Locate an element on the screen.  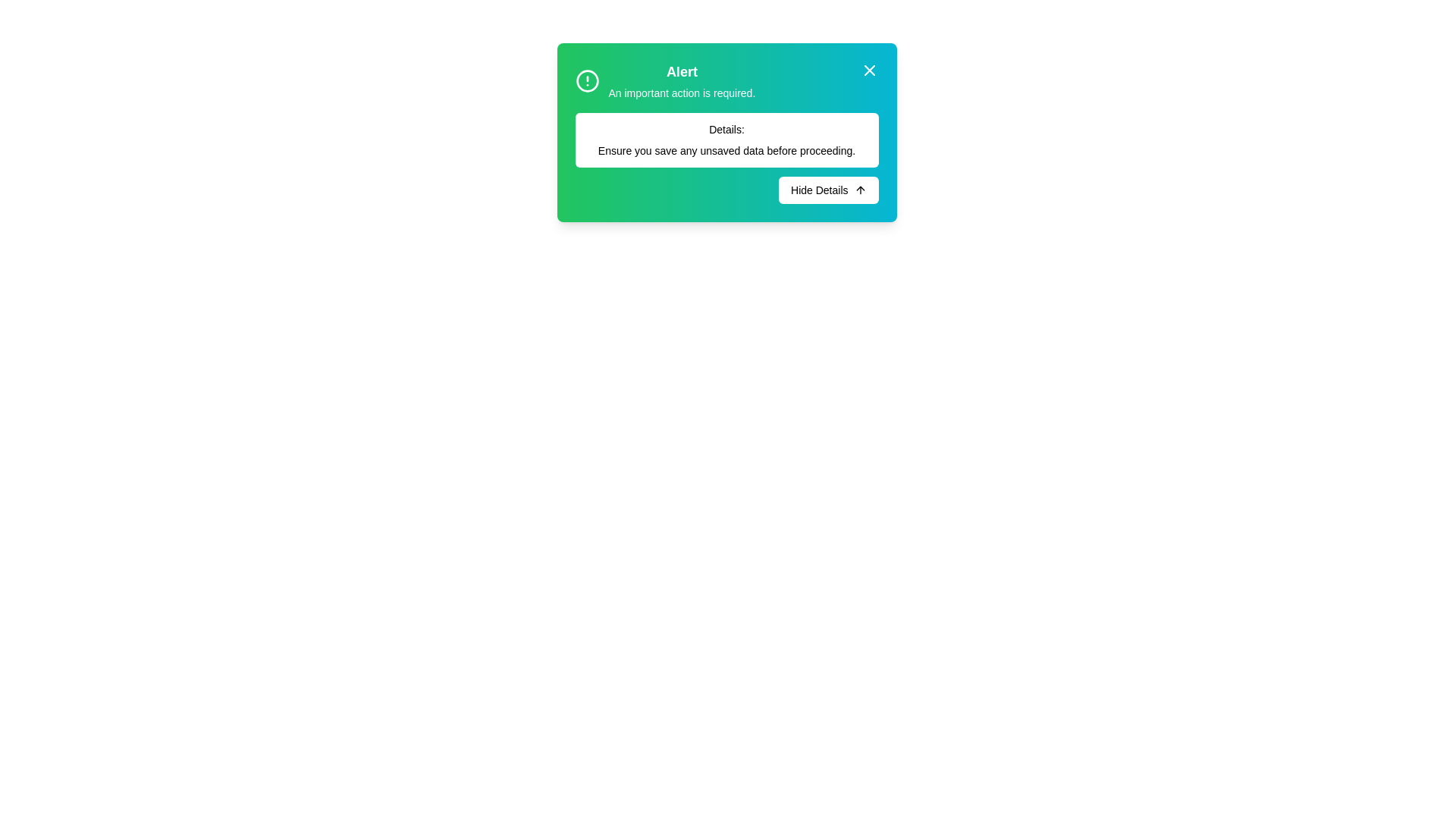
the Text Label element that introduces the associated information within the notification box, which has a white background and black text color is located at coordinates (726, 128).